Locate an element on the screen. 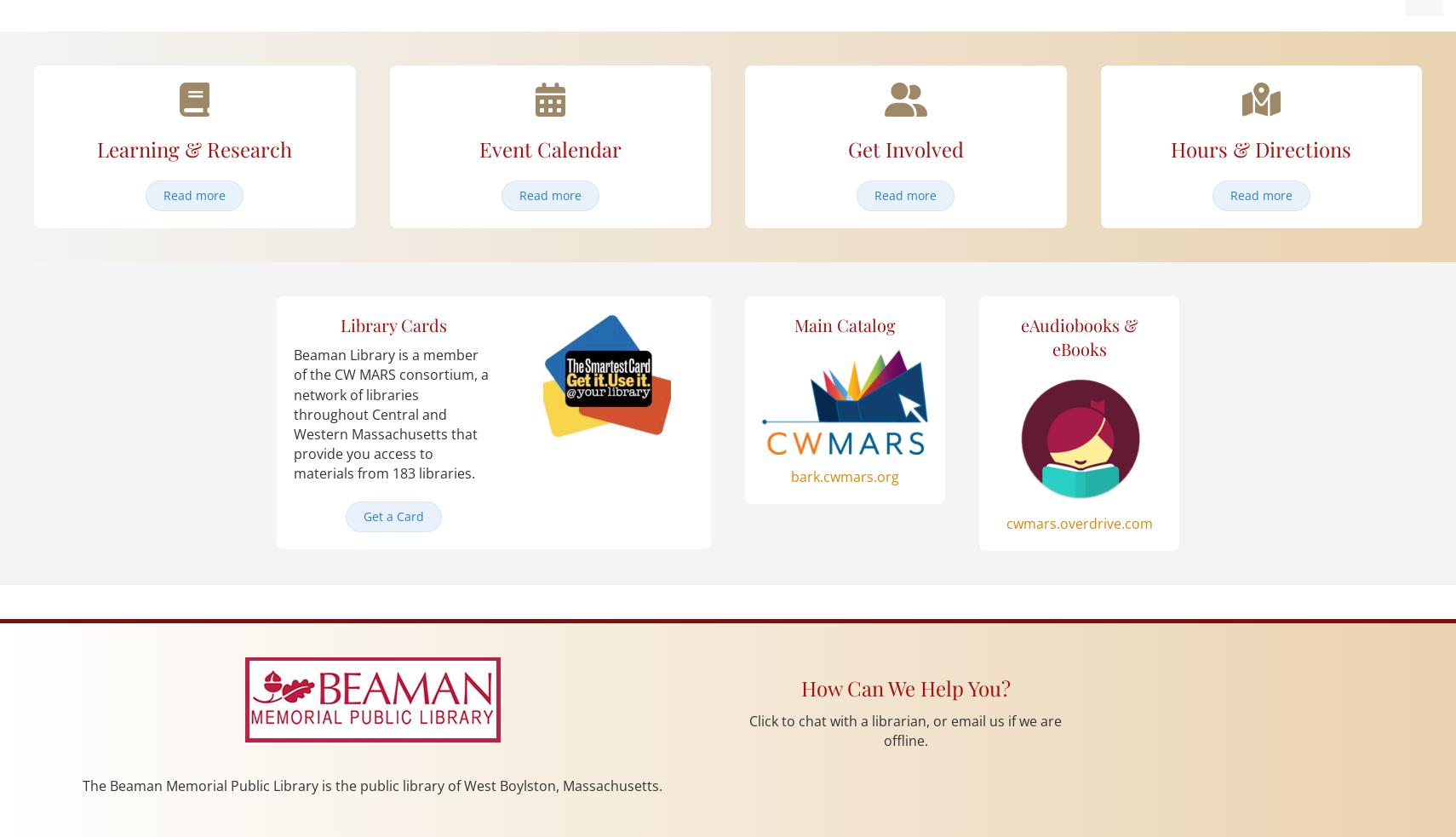 This screenshot has height=837, width=1456. 'Main Catalog' is located at coordinates (793, 324).